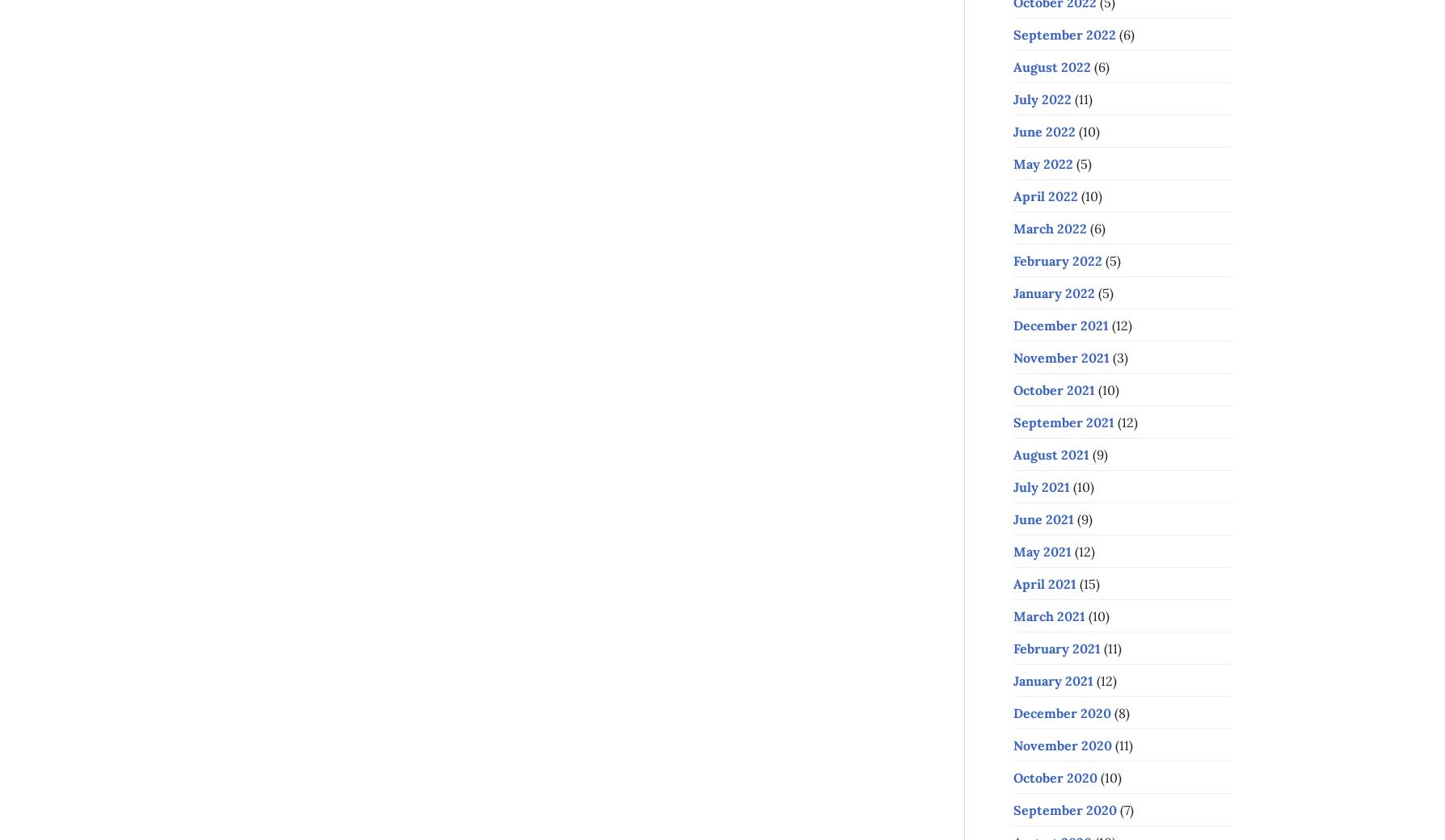  Describe the element at coordinates (1064, 809) in the screenshot. I see `'September 2020'` at that location.